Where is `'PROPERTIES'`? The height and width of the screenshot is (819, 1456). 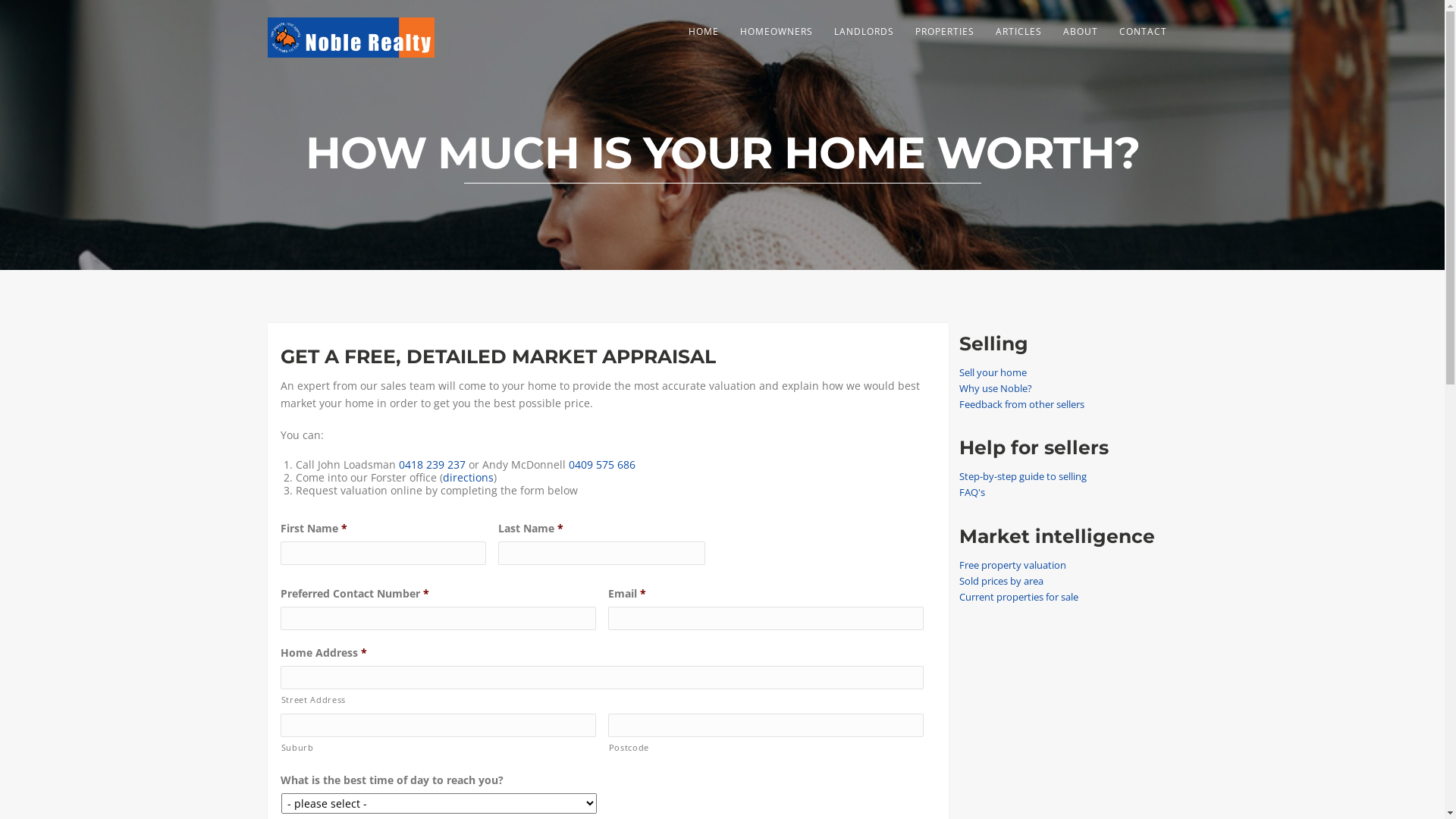
'PROPERTIES' is located at coordinates (903, 32).